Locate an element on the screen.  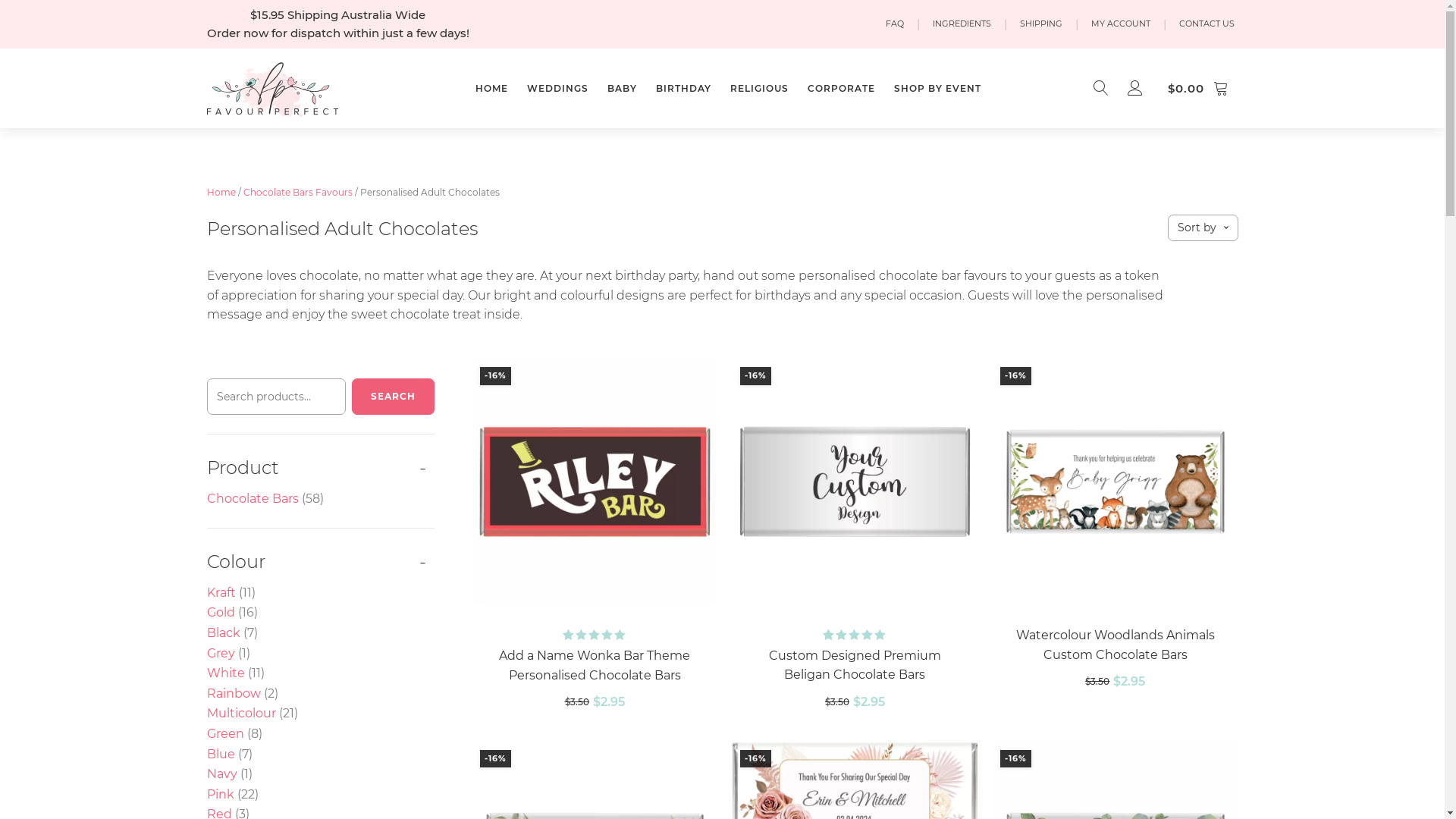
'Black' is located at coordinates (221, 632).